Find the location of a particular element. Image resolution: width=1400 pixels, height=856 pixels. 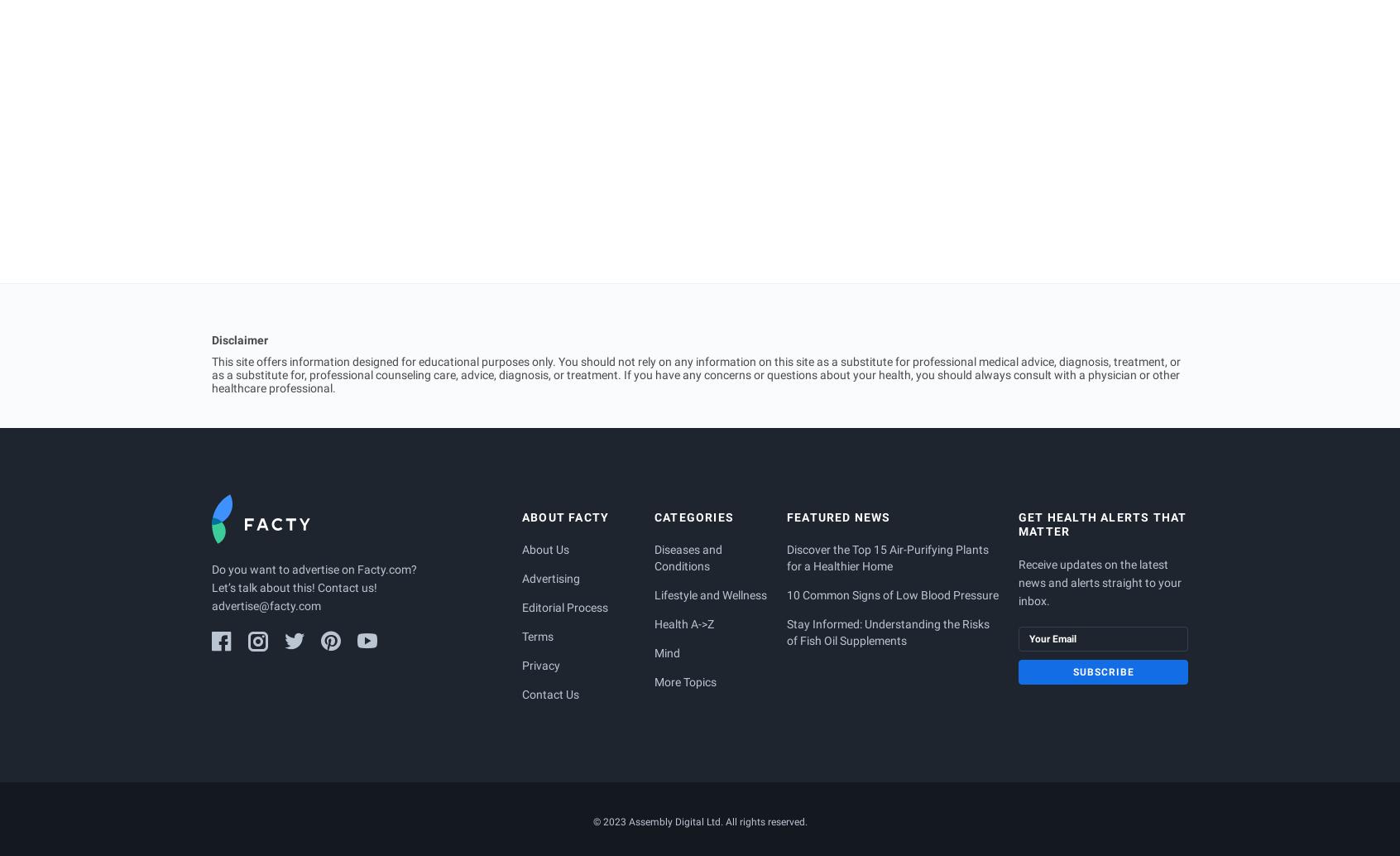

'Lifestyle and Wellness' is located at coordinates (710, 595).